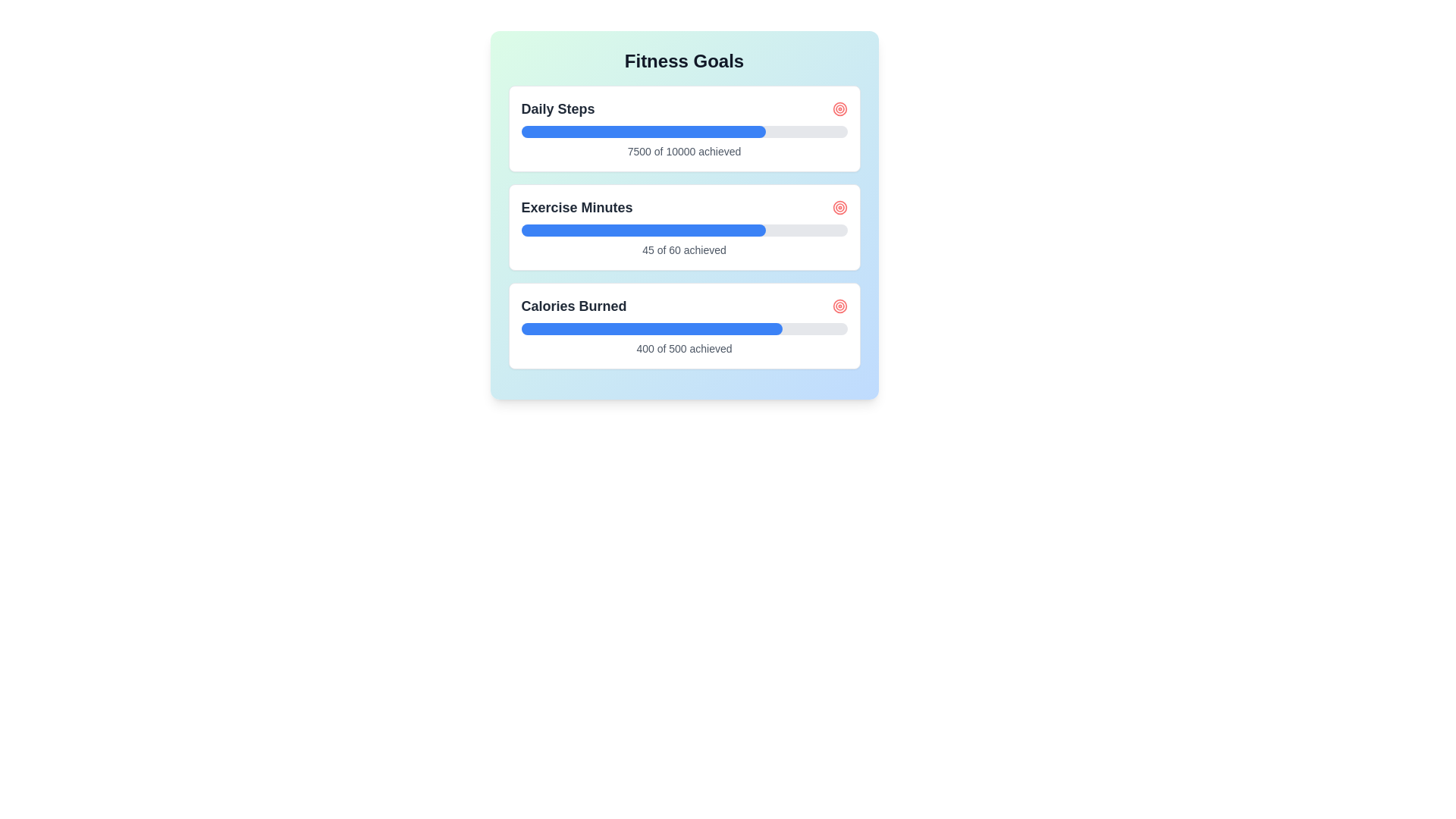 Image resolution: width=1456 pixels, height=819 pixels. I want to click on the red circular target icon located at the far right of the 'Calories Burned' section in the fitness goals list, so click(839, 306).